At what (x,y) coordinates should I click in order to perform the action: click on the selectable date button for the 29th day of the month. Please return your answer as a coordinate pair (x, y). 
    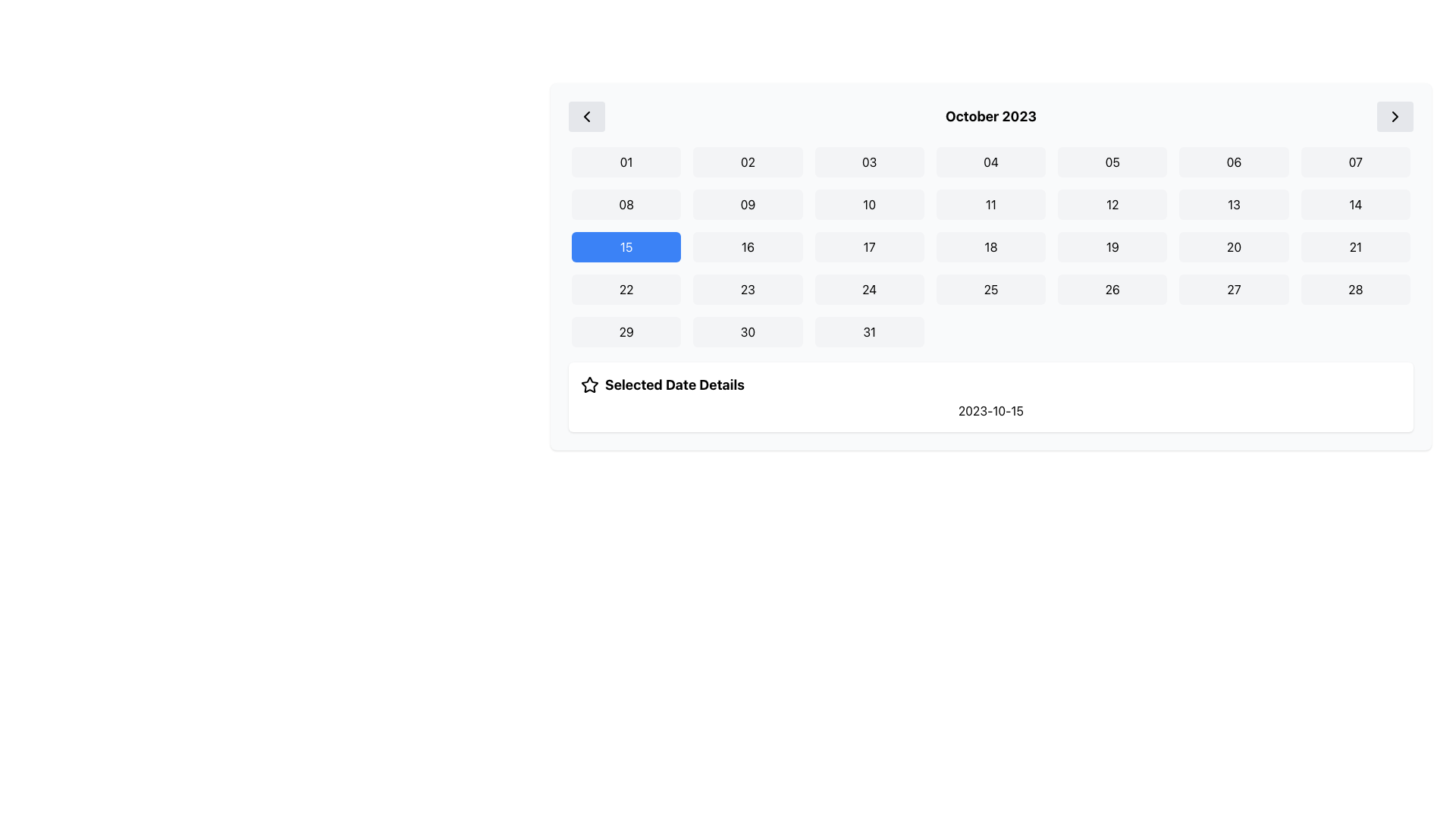
    Looking at the image, I should click on (626, 331).